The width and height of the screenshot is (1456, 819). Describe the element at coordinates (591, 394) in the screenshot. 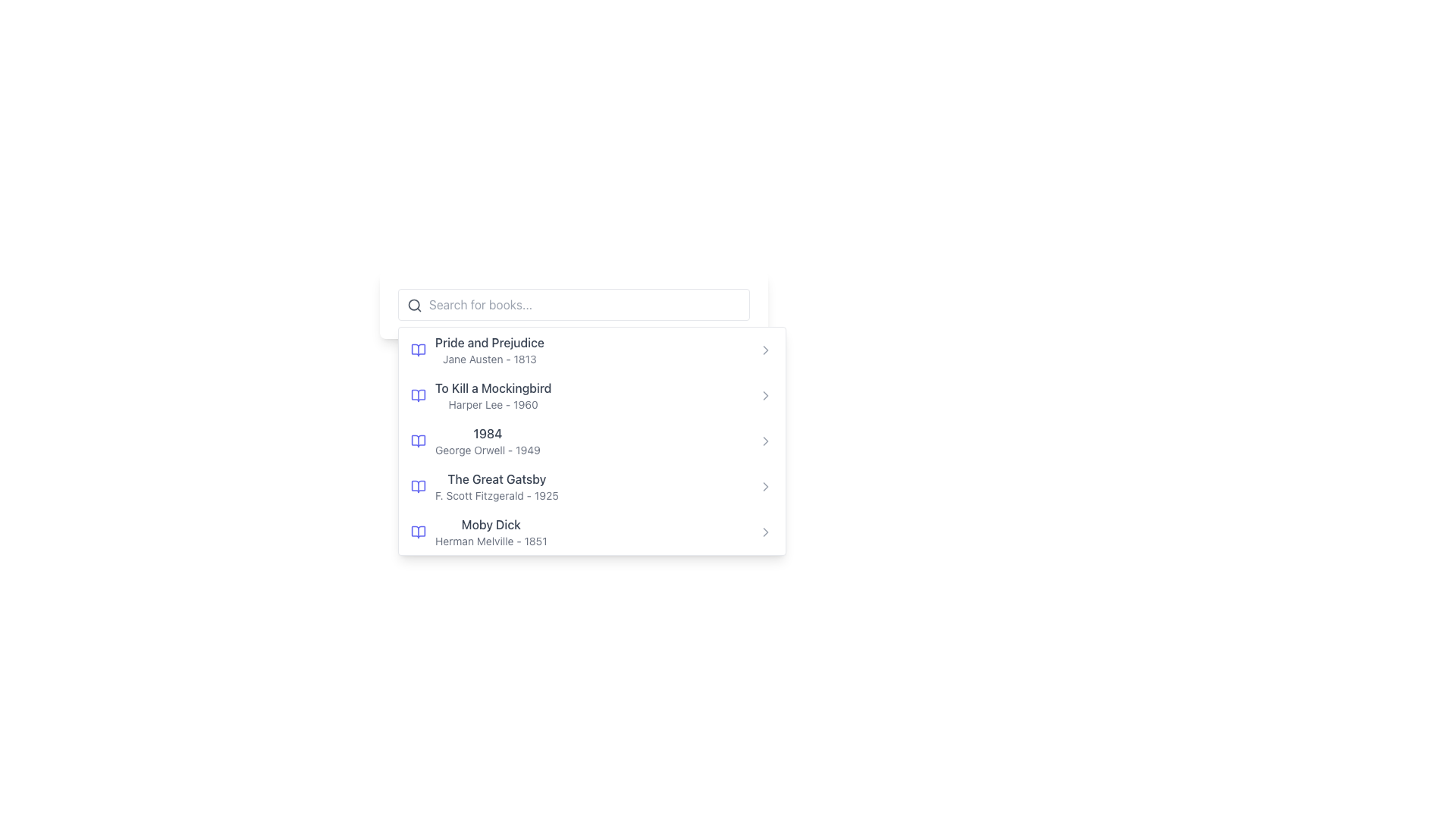

I see `the second list item representing the book 'To Kill a Mockingbird'` at that location.